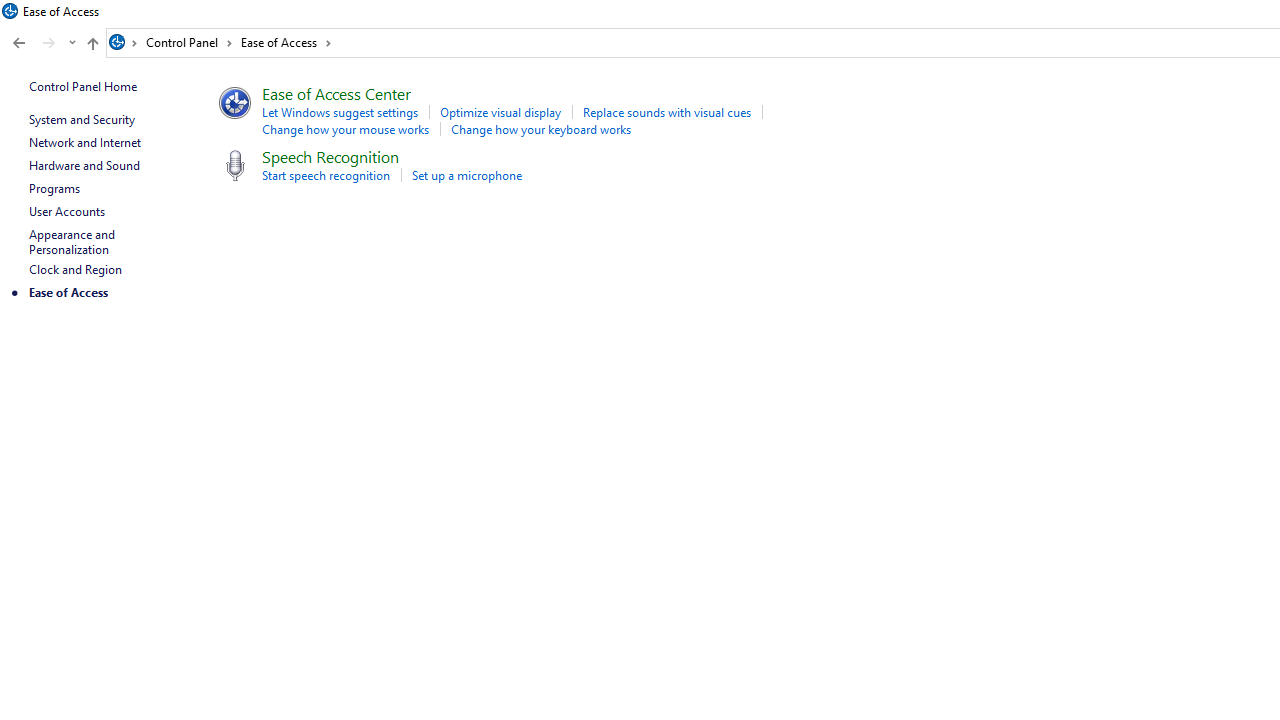 Image resolution: width=1280 pixels, height=720 pixels. I want to click on 'Start speech recognition', so click(325, 174).